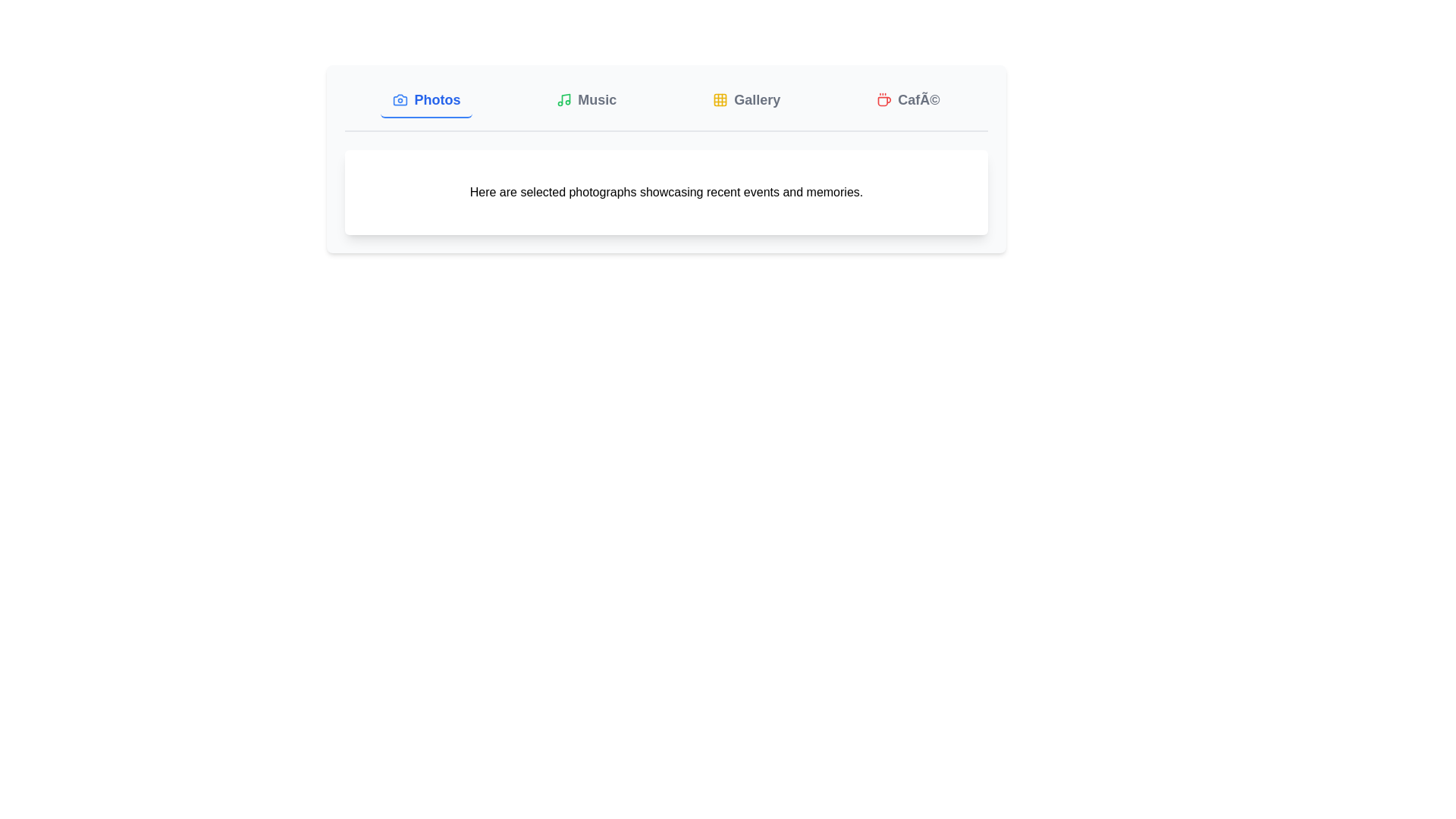 The width and height of the screenshot is (1456, 819). Describe the element at coordinates (908, 100) in the screenshot. I see `the navigation tab labeled 'Café'` at that location.